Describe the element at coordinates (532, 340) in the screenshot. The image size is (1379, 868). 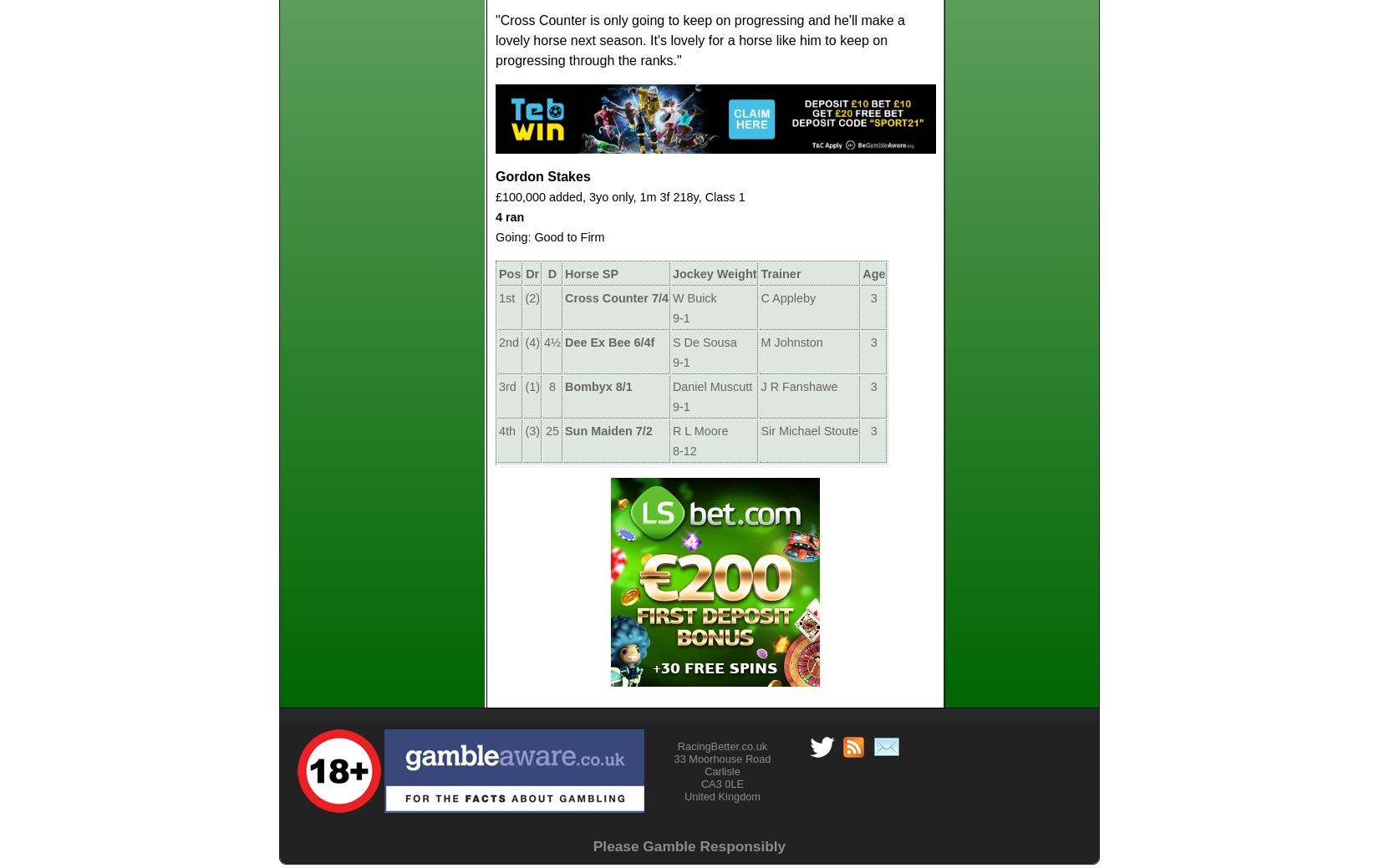
I see `'(4)'` at that location.